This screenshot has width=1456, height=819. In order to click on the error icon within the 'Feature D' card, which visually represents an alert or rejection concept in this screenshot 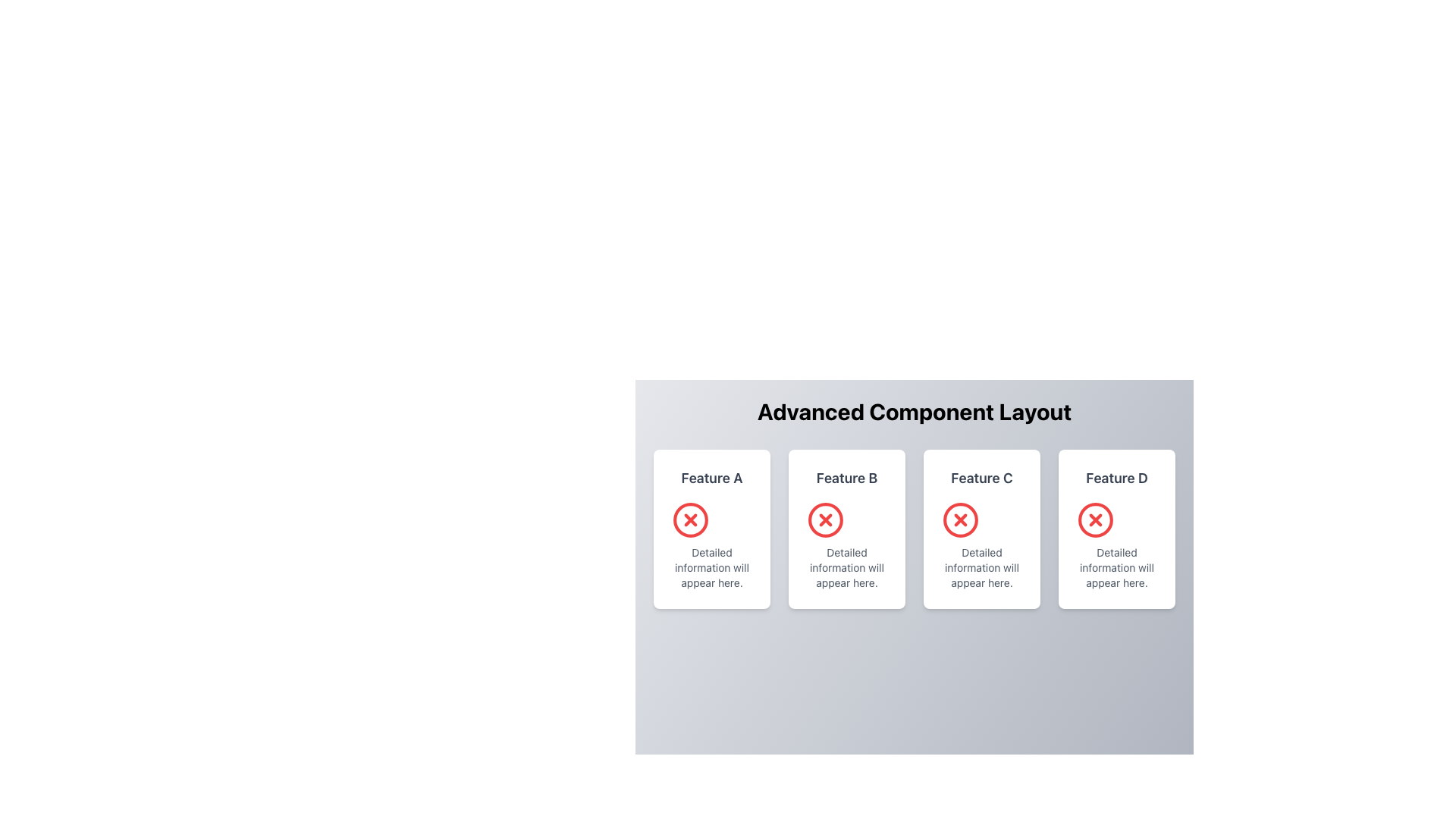, I will do `click(1095, 519)`.